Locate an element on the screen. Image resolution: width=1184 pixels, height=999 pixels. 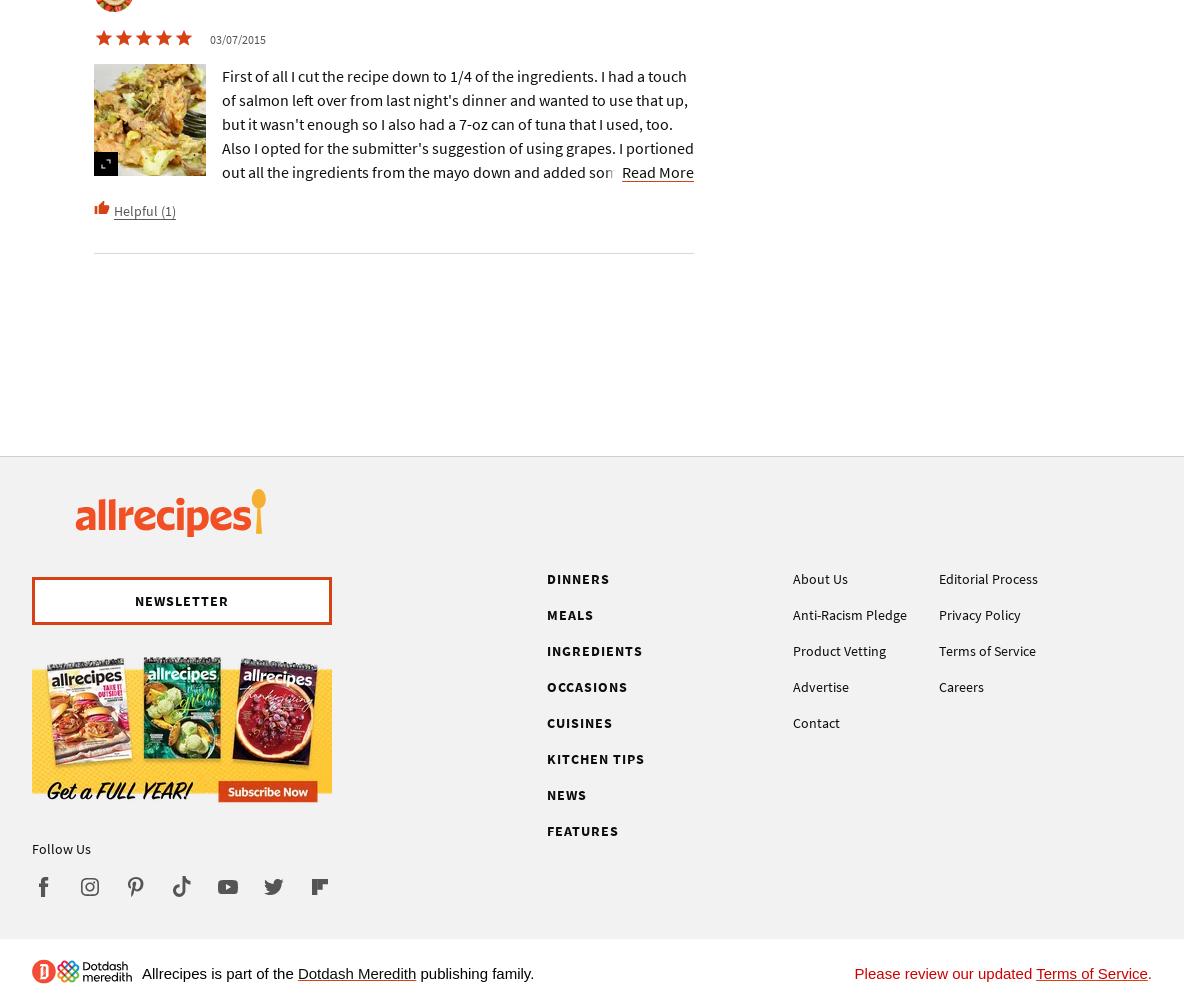
'publishing family.' is located at coordinates (416, 972).